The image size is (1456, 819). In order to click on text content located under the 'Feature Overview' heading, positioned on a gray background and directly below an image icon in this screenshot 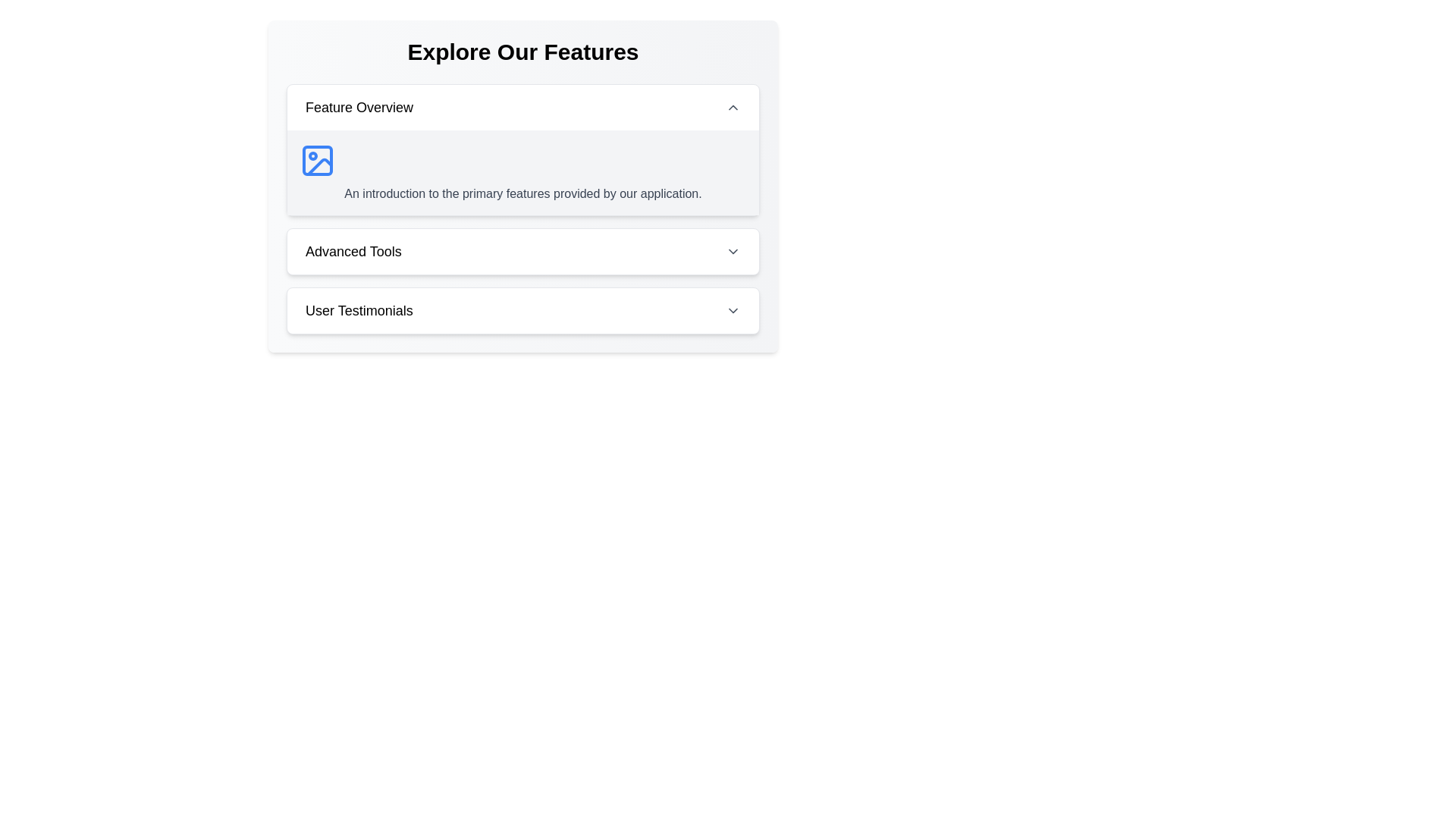, I will do `click(523, 193)`.